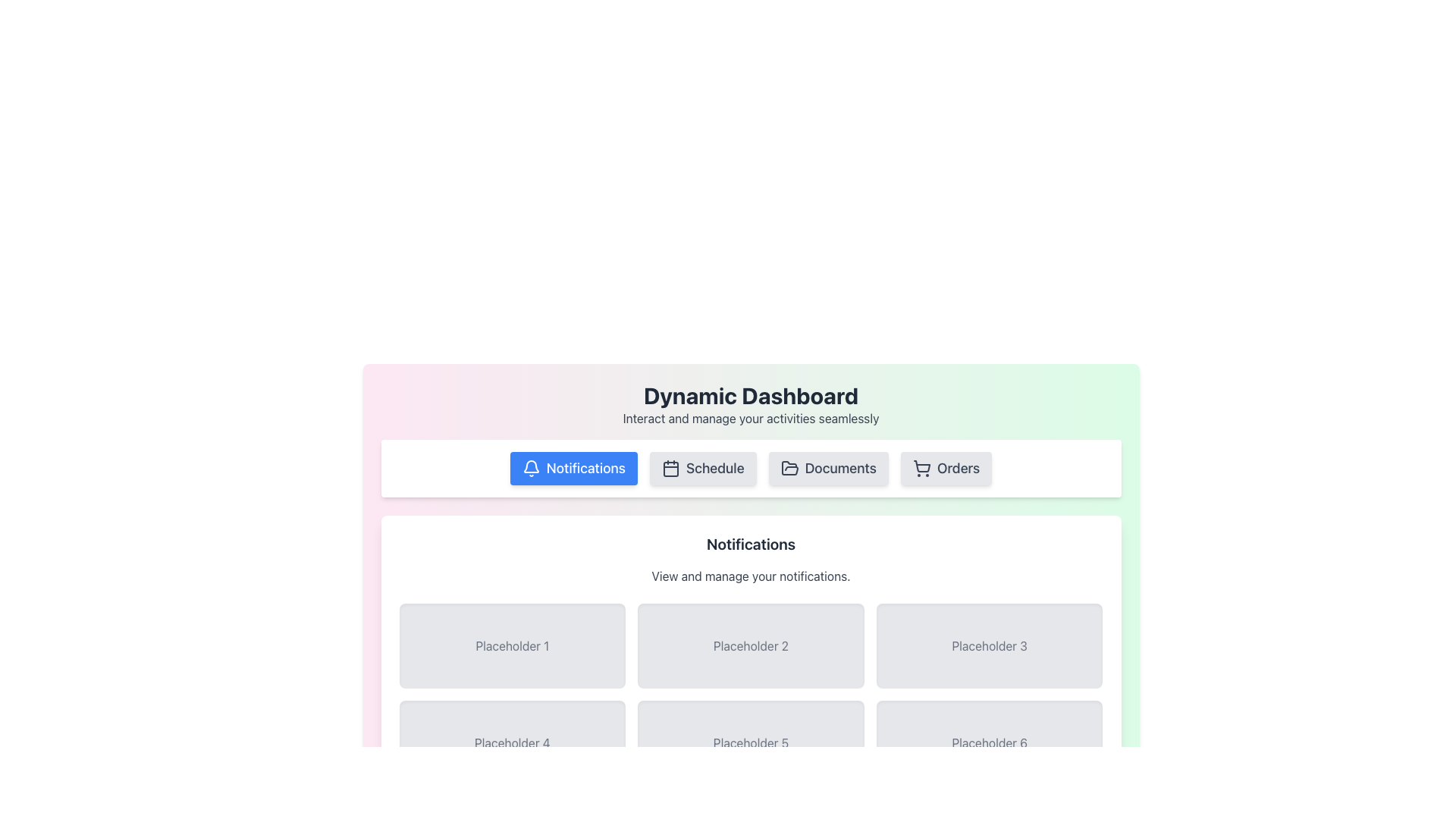 The height and width of the screenshot is (819, 1456). What do you see at coordinates (751, 403) in the screenshot?
I see `the text block displaying 'Dynamic Dashboard' and its subtitle 'Interact and manage your activities seamlessly', which is centered at the top of the interface` at bounding box center [751, 403].